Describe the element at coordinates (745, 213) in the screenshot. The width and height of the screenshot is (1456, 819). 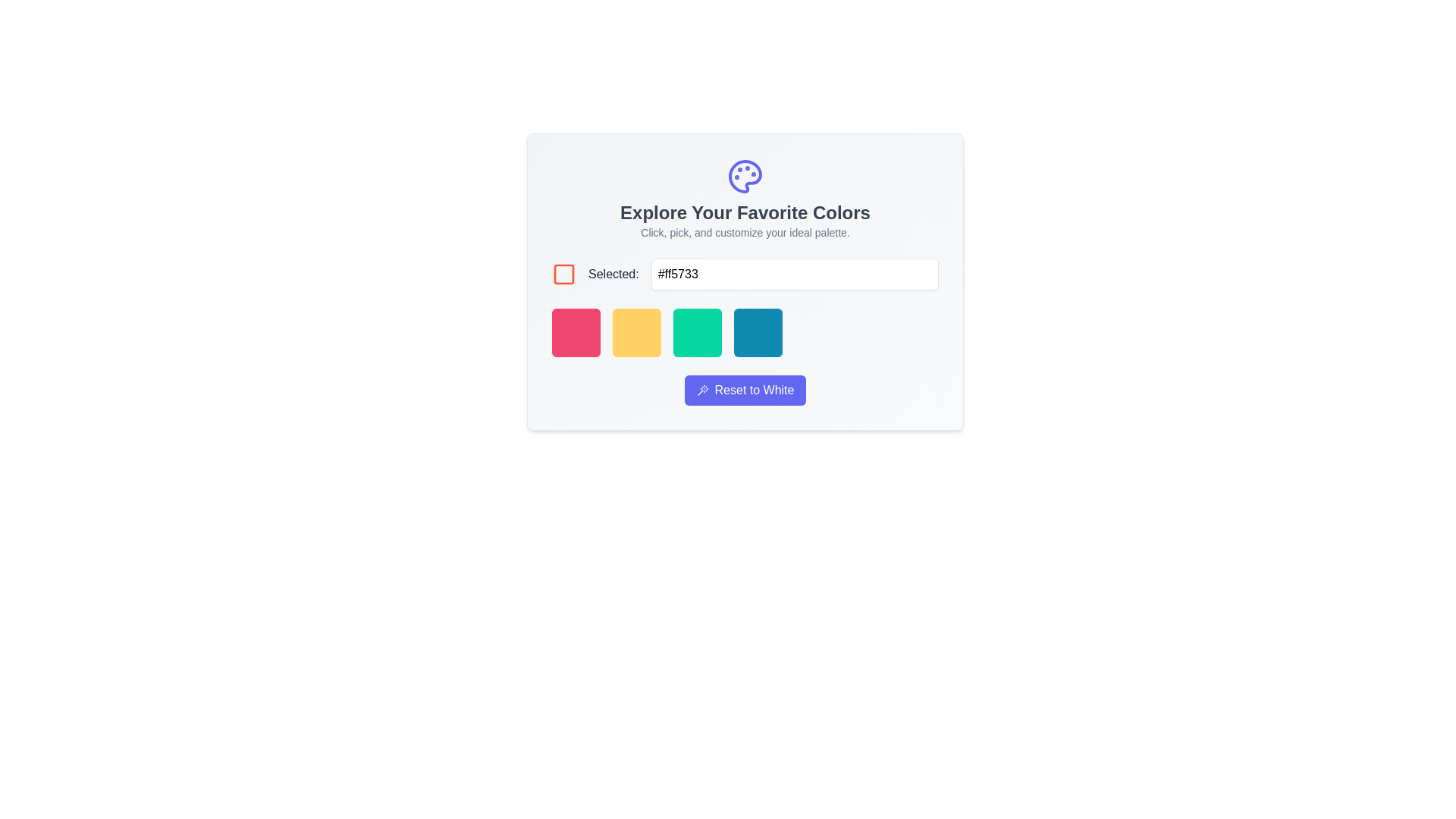
I see `the text header that reads 'Explore Your Favorite Colors.' This header is large, bold, and gray, positioned centrally in the main interface area for color customization` at that location.